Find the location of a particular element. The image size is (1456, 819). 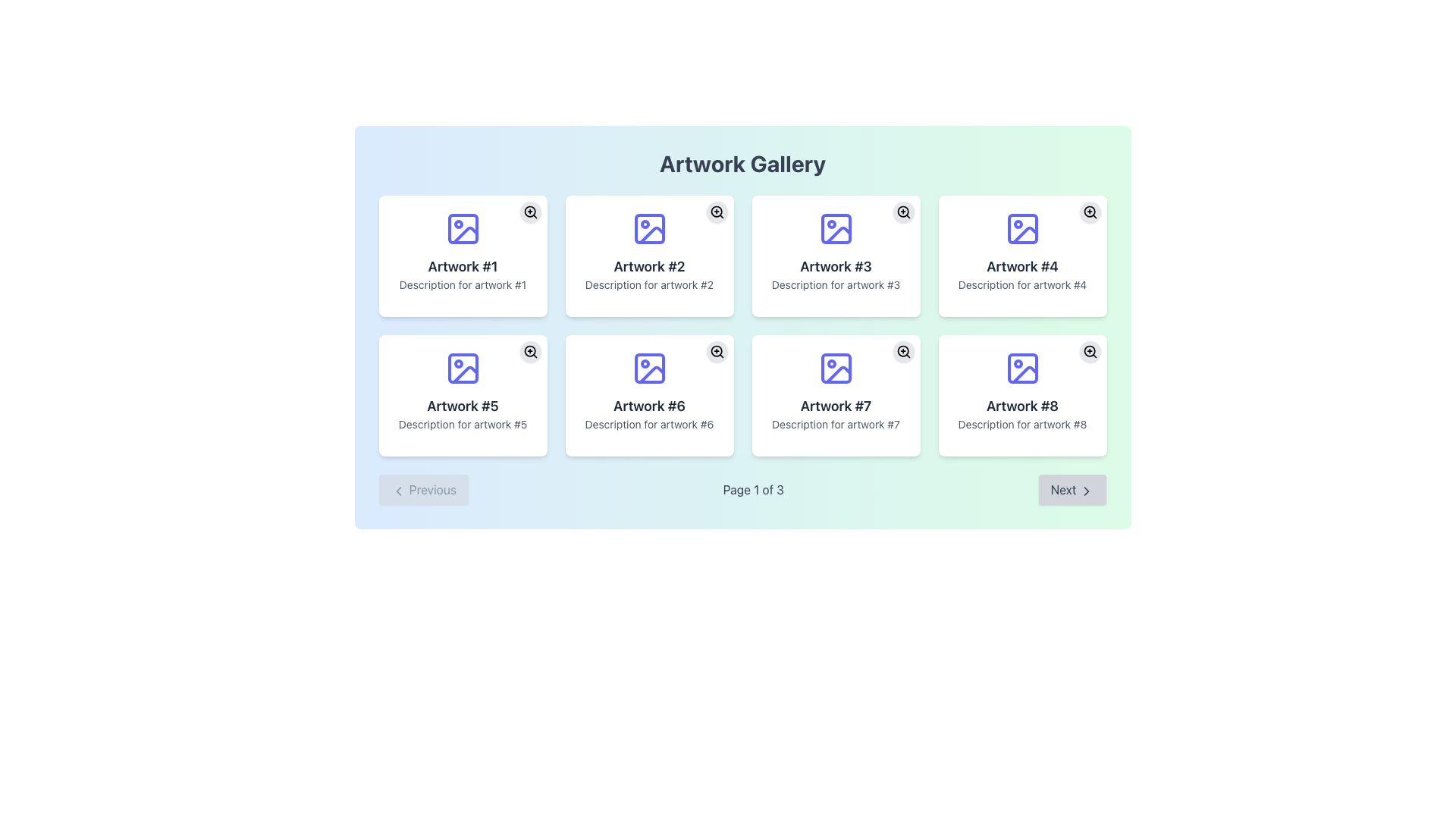

the icon component representing an image or picture located at the top of the 'Artwork #8' card in the bottom-right corner of the grid is located at coordinates (1022, 369).